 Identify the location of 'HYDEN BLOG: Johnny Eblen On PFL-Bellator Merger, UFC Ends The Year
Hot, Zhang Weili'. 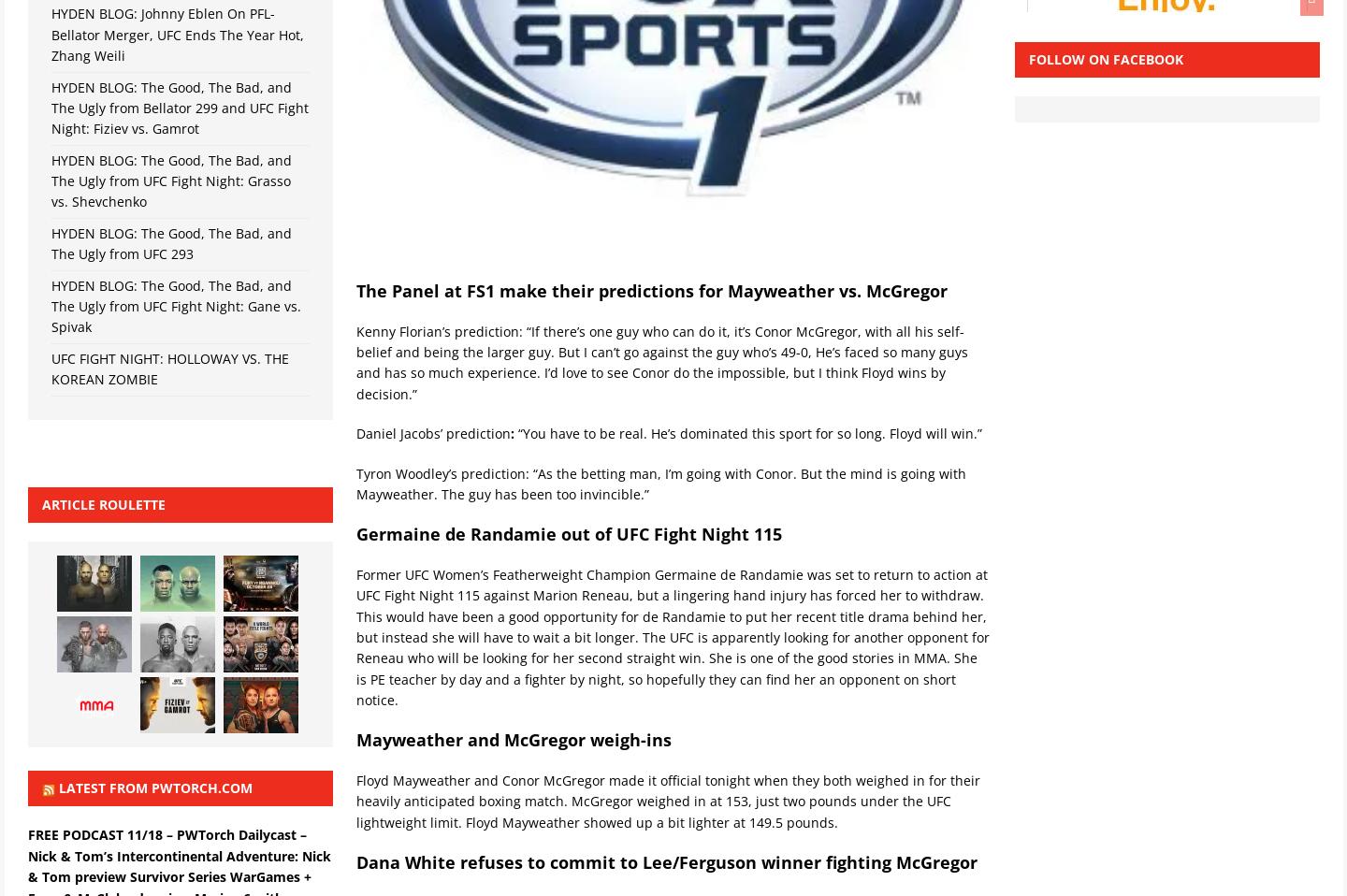
(177, 33).